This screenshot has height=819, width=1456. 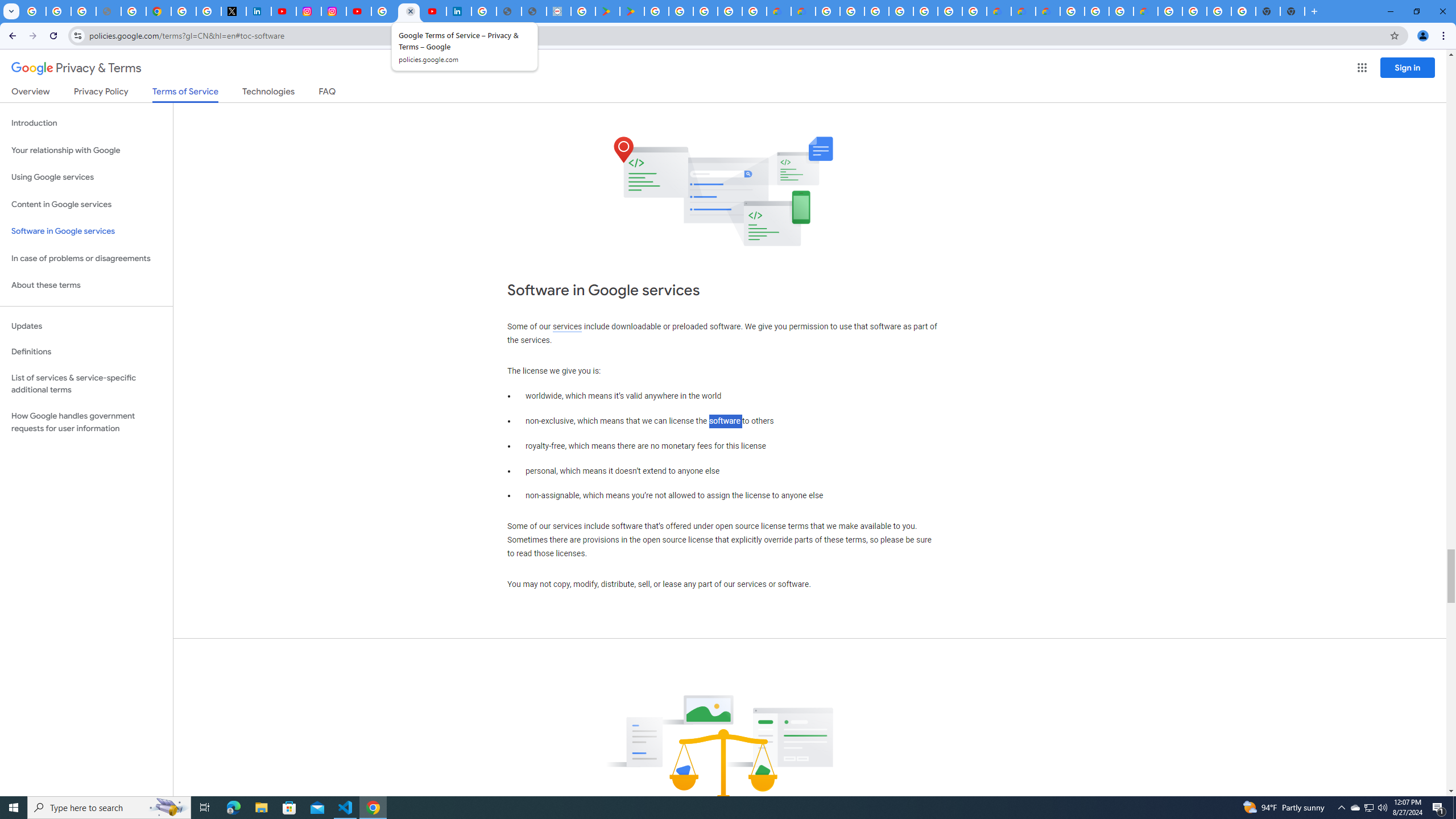 What do you see at coordinates (1096, 11) in the screenshot?
I see `'Browse Chrome as a guest - Computer - Google Chrome Help'` at bounding box center [1096, 11].